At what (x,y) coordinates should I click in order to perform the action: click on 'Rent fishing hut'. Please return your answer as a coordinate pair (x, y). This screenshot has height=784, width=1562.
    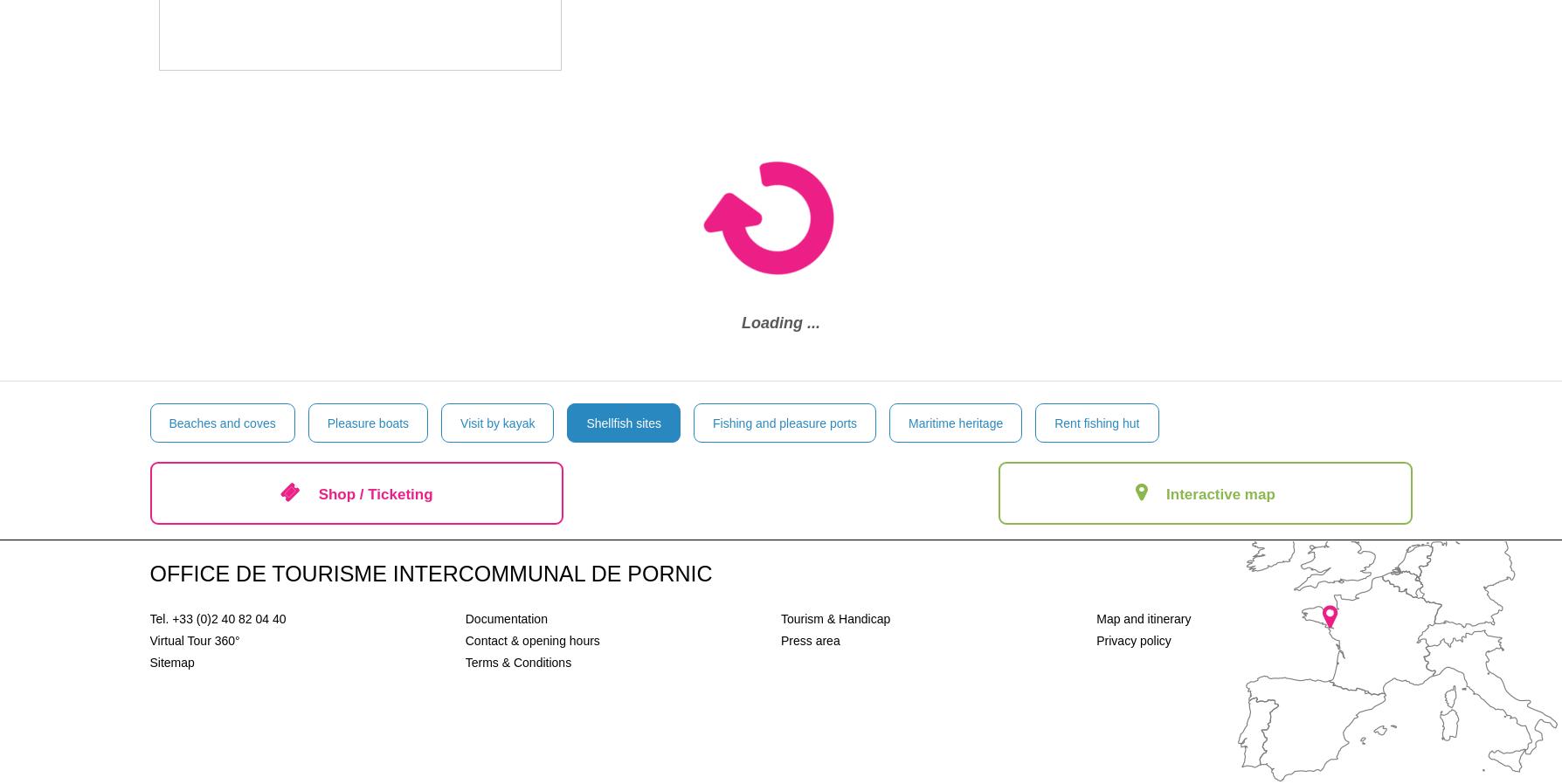
    Looking at the image, I should click on (1095, 422).